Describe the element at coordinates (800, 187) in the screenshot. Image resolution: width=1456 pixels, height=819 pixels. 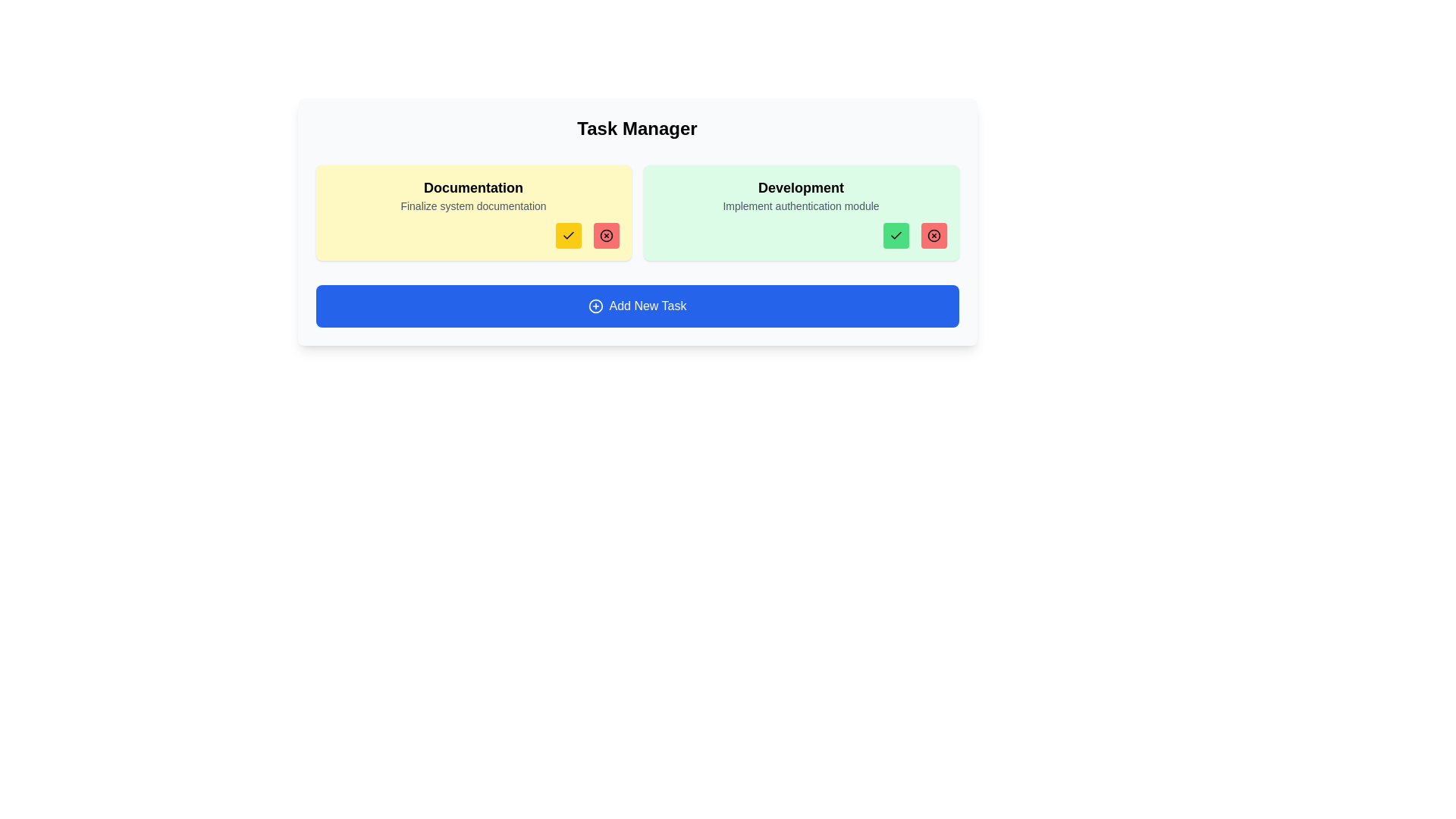
I see `the text element displaying 'Development', which is styled in bold and larger font, located at the top section of a green-themed card` at that location.